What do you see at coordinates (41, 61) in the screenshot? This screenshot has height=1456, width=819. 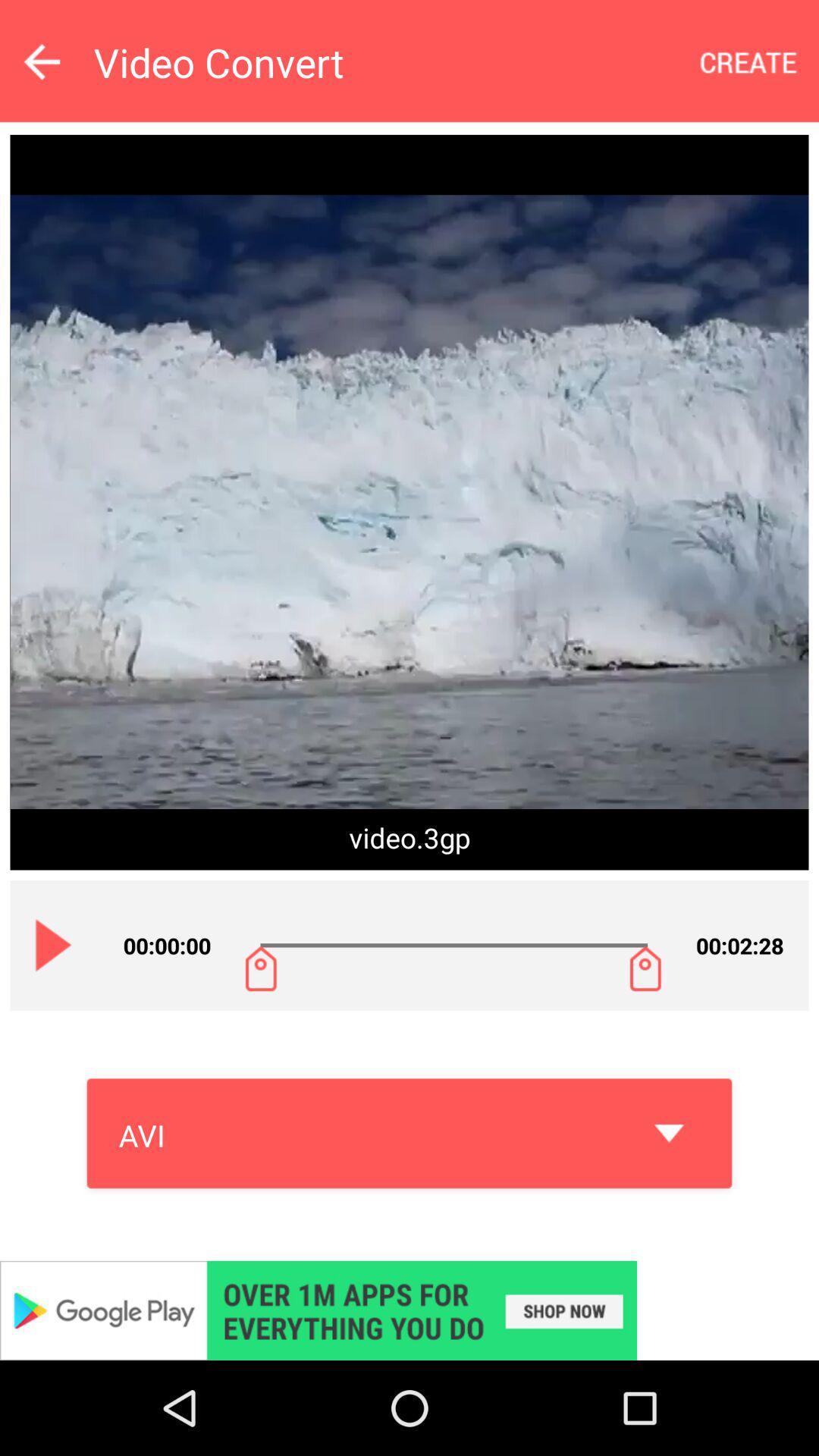 I see `previous` at bounding box center [41, 61].